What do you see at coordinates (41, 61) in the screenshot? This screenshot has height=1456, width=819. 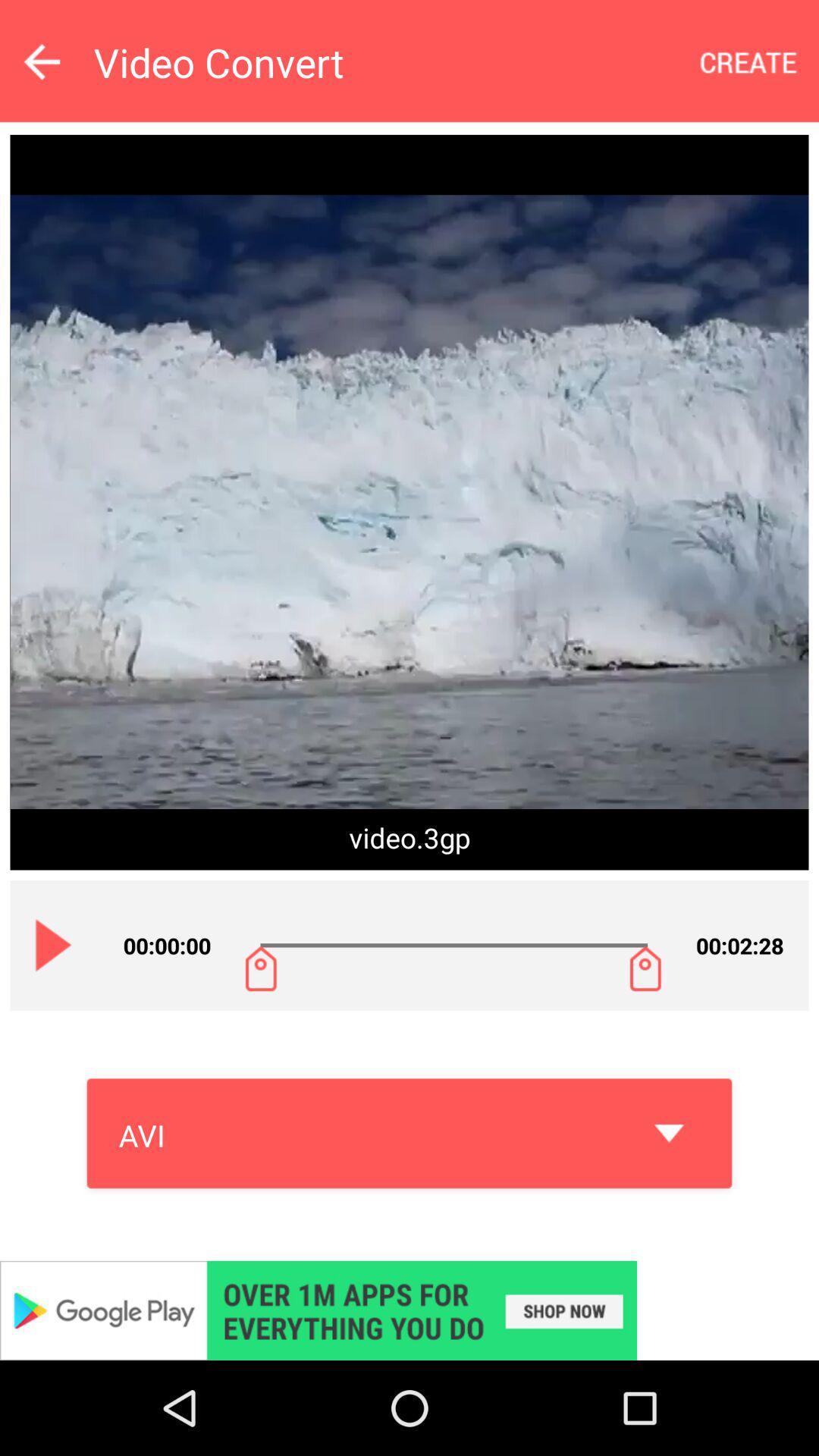 I see `previous` at bounding box center [41, 61].